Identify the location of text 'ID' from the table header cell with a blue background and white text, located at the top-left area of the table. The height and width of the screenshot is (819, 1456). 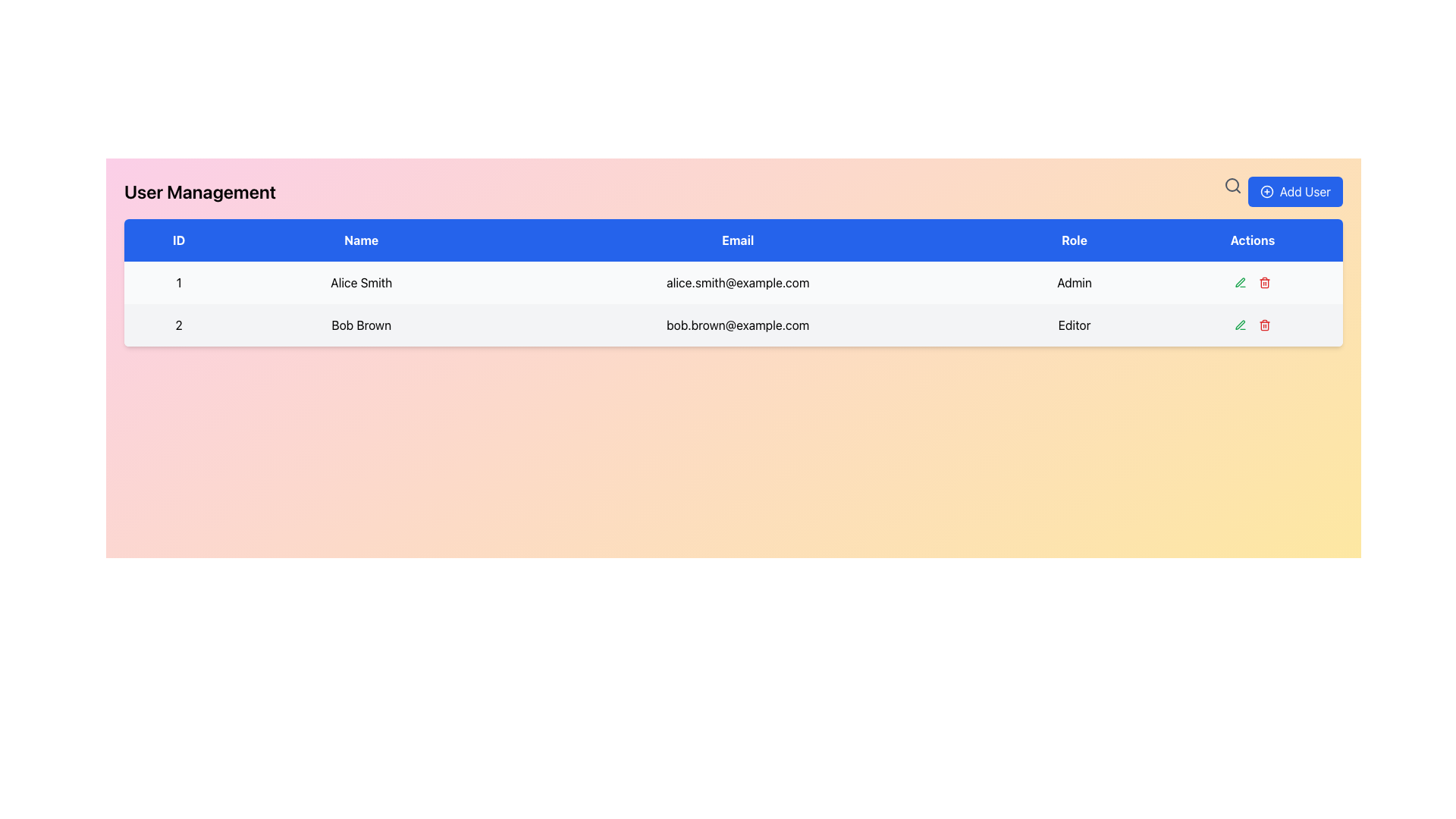
(179, 239).